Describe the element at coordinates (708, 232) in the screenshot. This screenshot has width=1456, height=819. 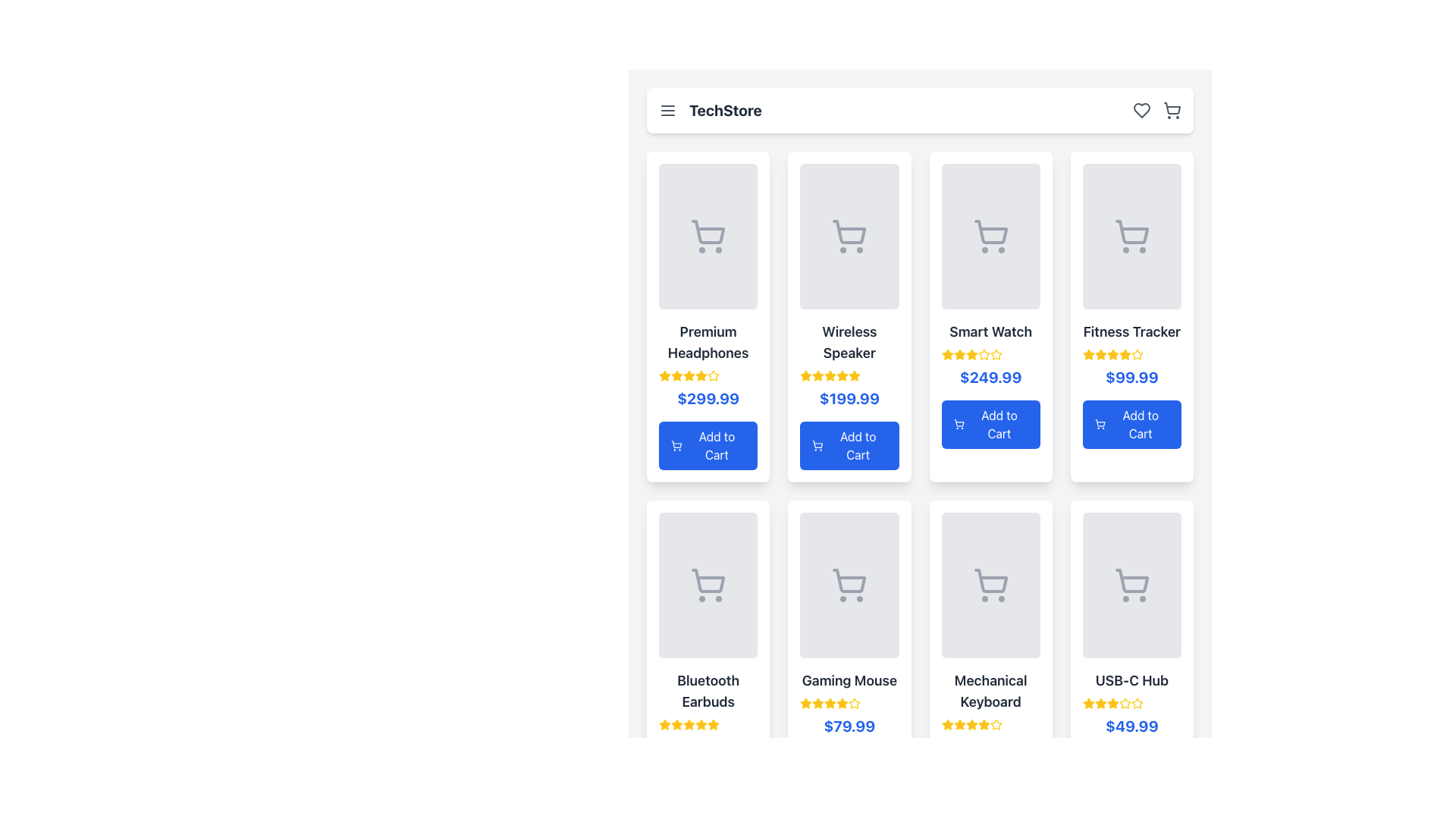
I see `the shopping cart icon located at the top-center of the first product card above the title 'Premium Headphones'` at that location.